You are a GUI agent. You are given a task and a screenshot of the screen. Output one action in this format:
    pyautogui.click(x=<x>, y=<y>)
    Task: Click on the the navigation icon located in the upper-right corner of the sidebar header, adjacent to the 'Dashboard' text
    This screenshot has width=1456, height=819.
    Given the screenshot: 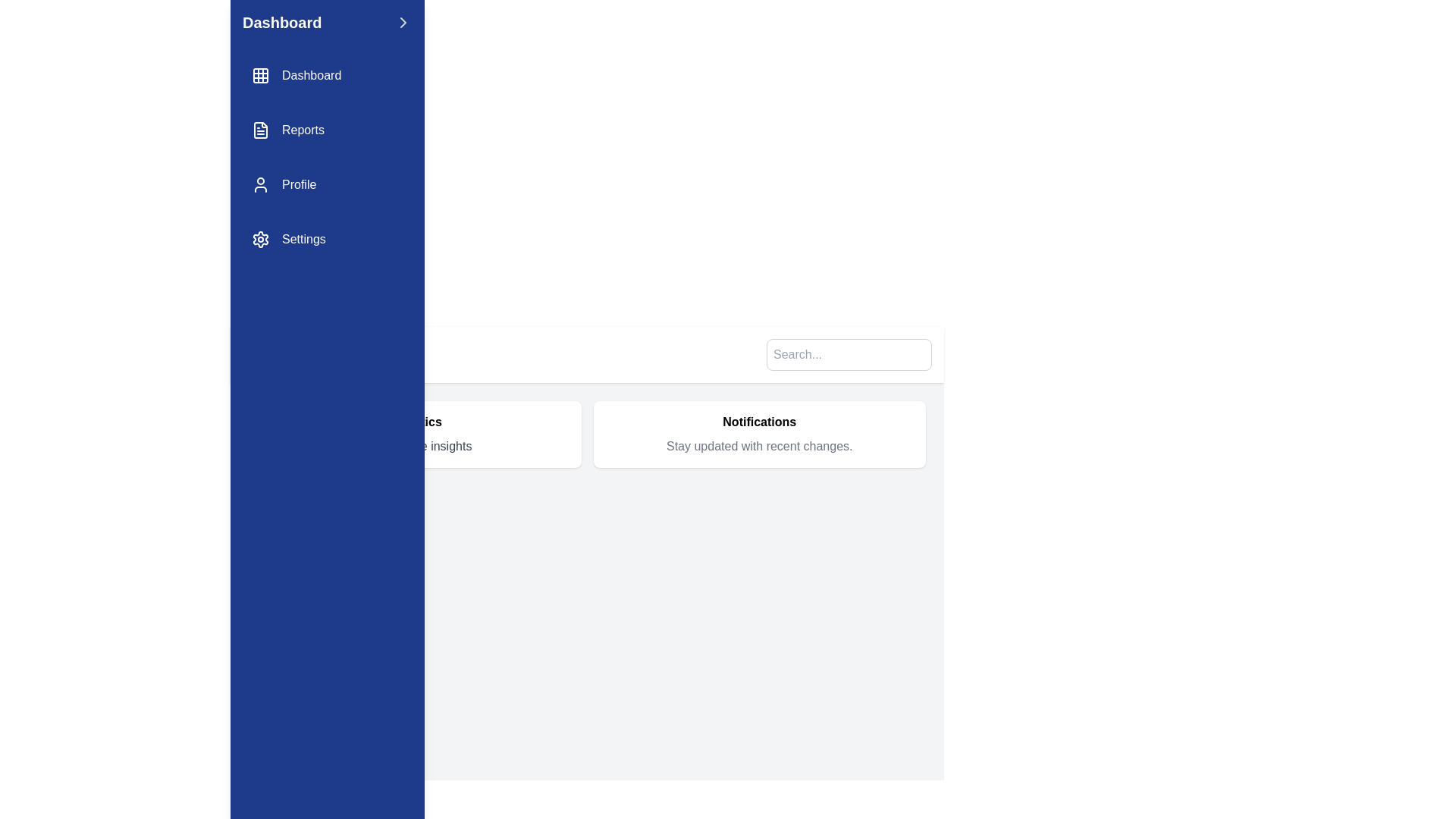 What is the action you would take?
    pyautogui.click(x=403, y=23)
    